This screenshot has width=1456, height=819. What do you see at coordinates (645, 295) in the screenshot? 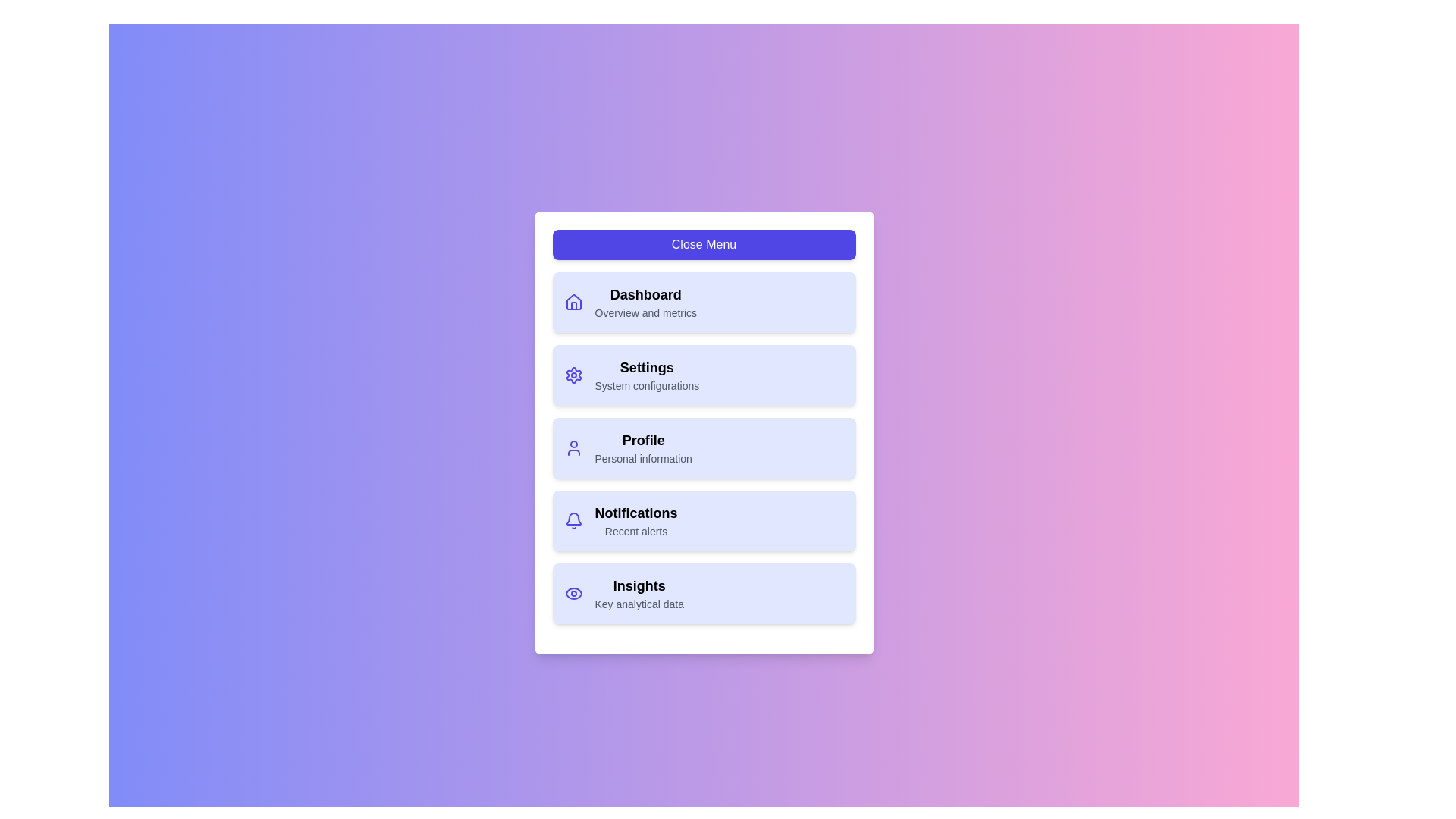
I see `the text of the menu item labeled Dashboard` at bounding box center [645, 295].